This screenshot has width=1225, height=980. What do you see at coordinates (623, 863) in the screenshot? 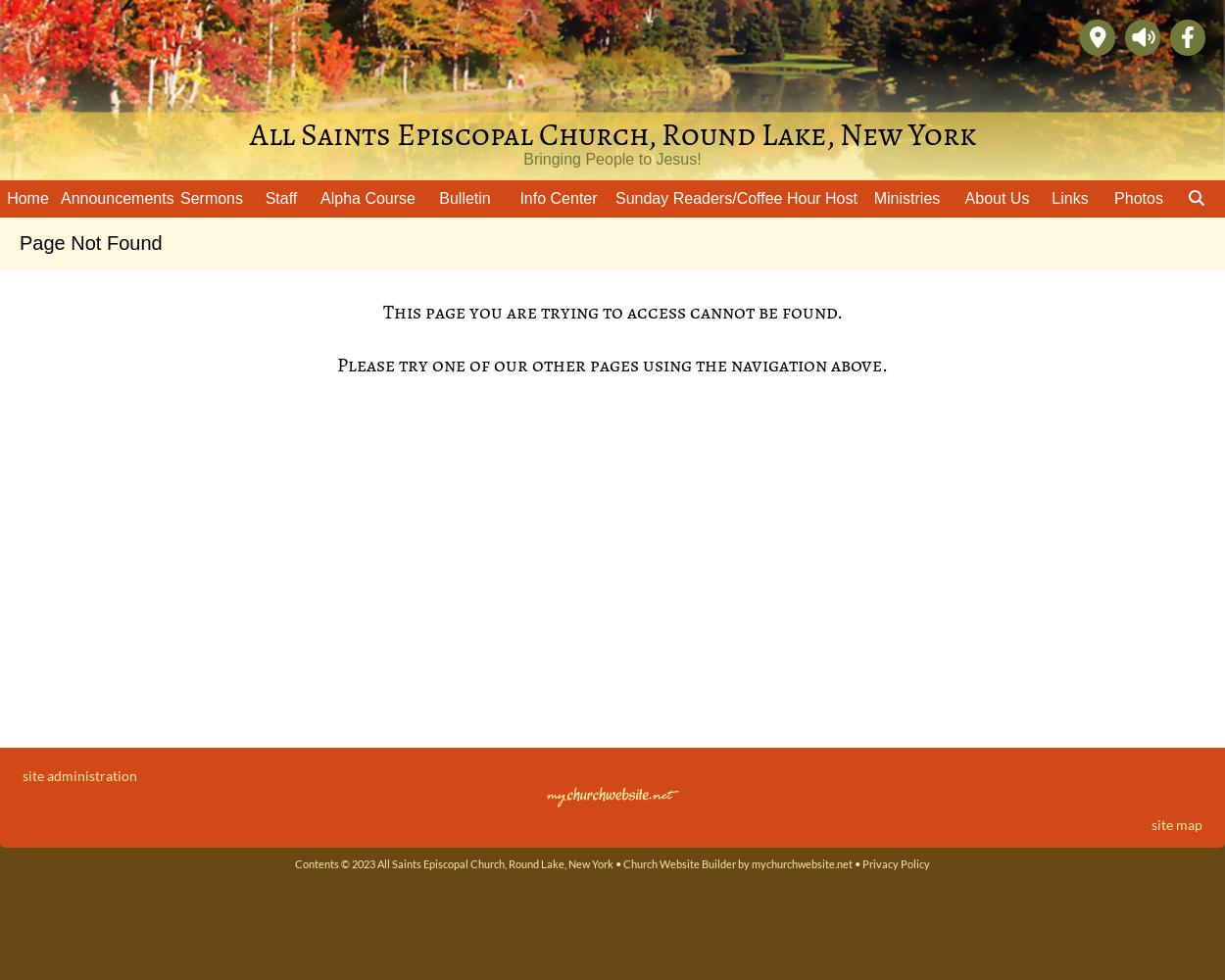
I see `'Church Website Builder by mychurchwebsite.net'` at bounding box center [623, 863].